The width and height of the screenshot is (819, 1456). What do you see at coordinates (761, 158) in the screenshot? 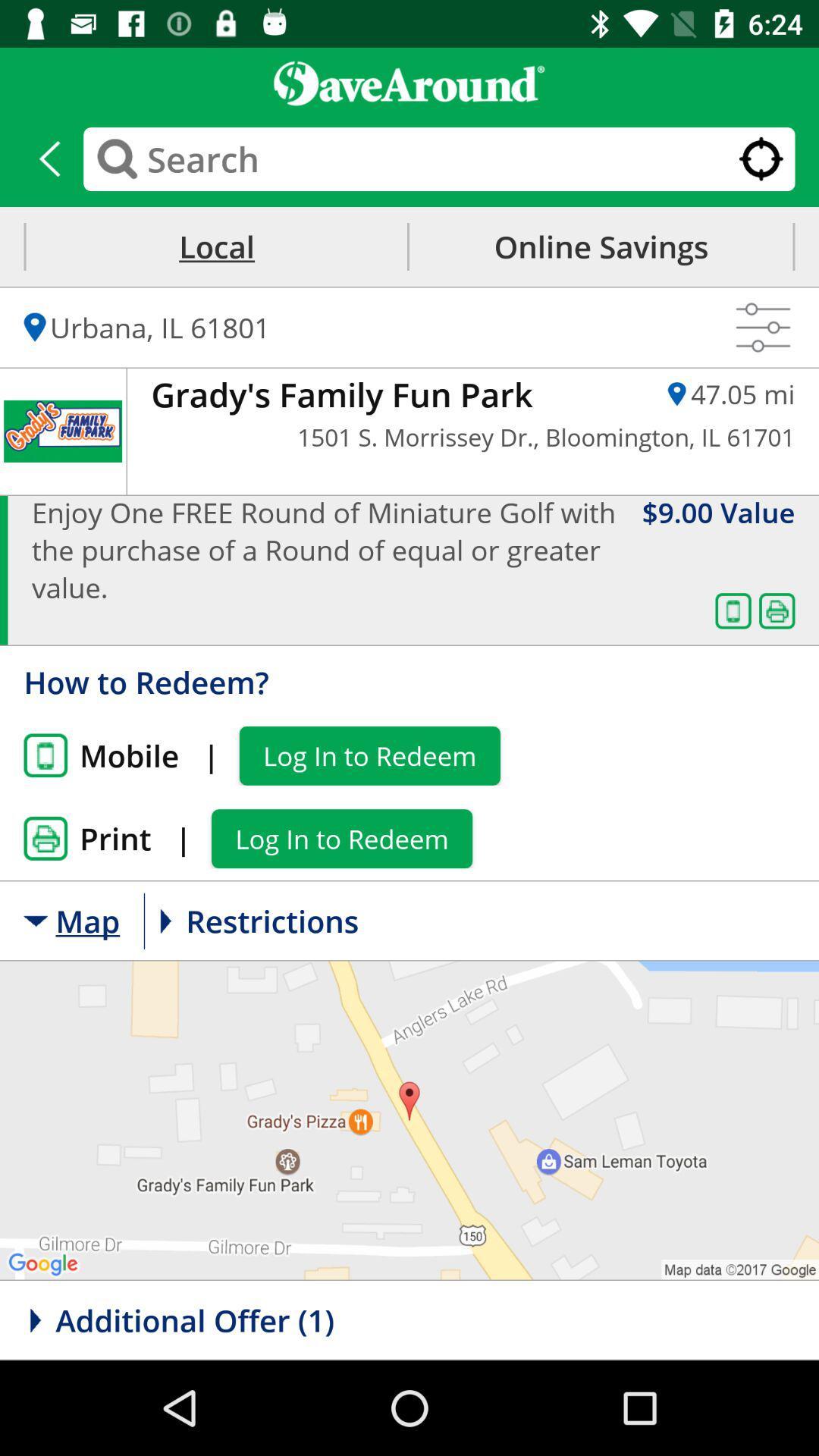
I see `the location_crosshair icon` at bounding box center [761, 158].